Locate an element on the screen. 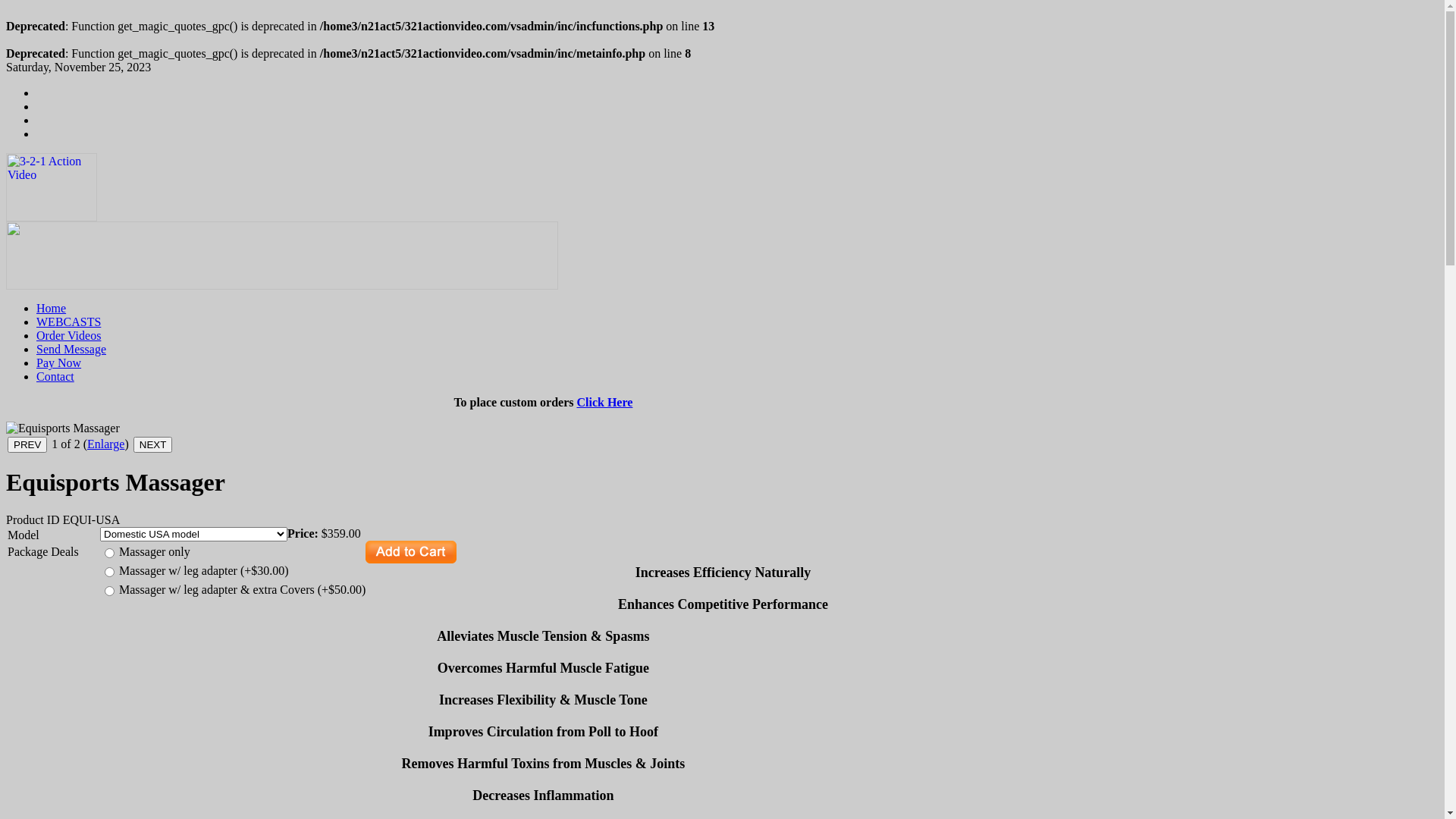 The width and height of the screenshot is (1456, 819). 'Home' is located at coordinates (51, 307).